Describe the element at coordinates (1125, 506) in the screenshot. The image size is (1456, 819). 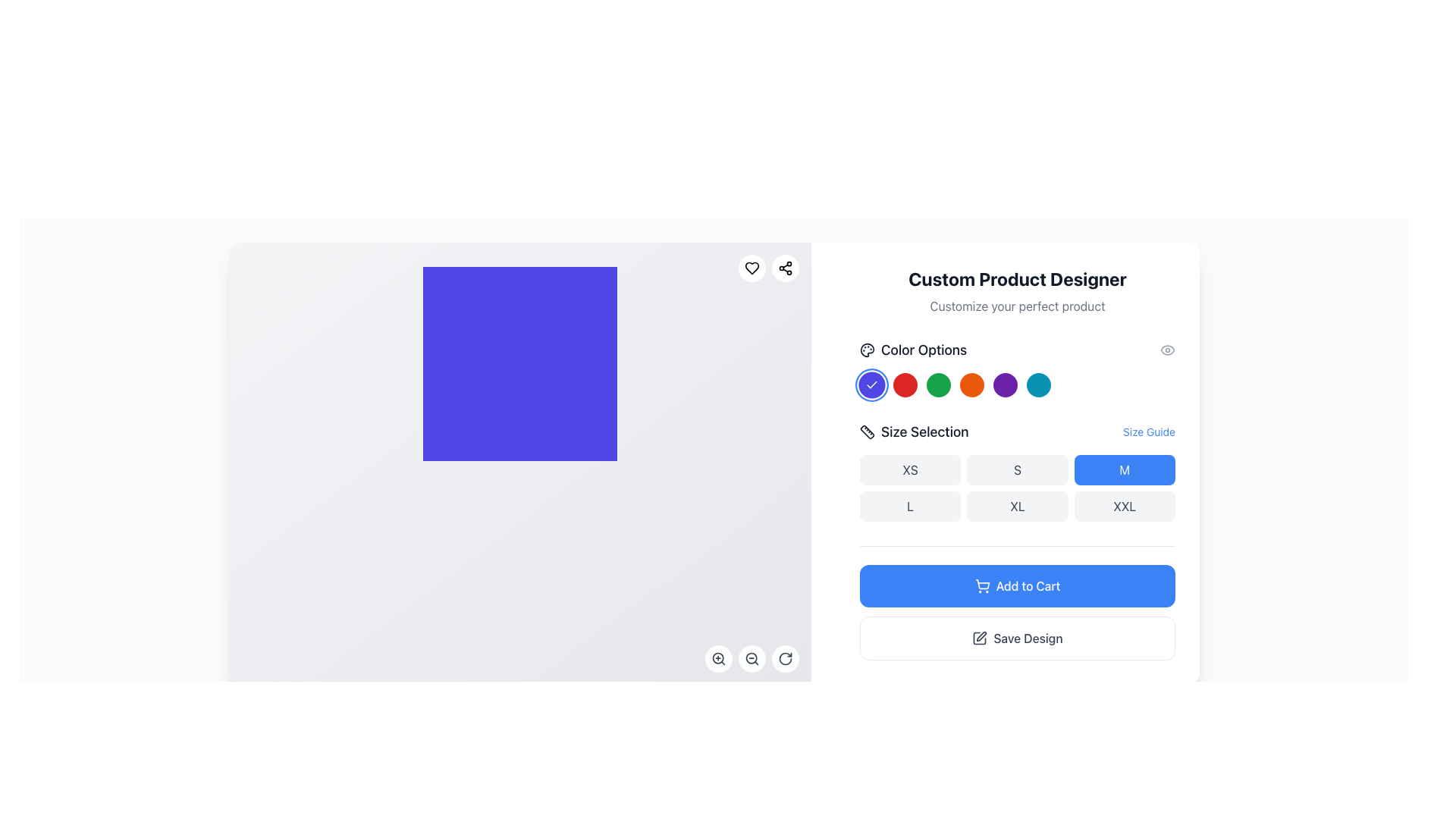
I see `the rectangular button labeled 'XXL' with a light gray background` at that location.